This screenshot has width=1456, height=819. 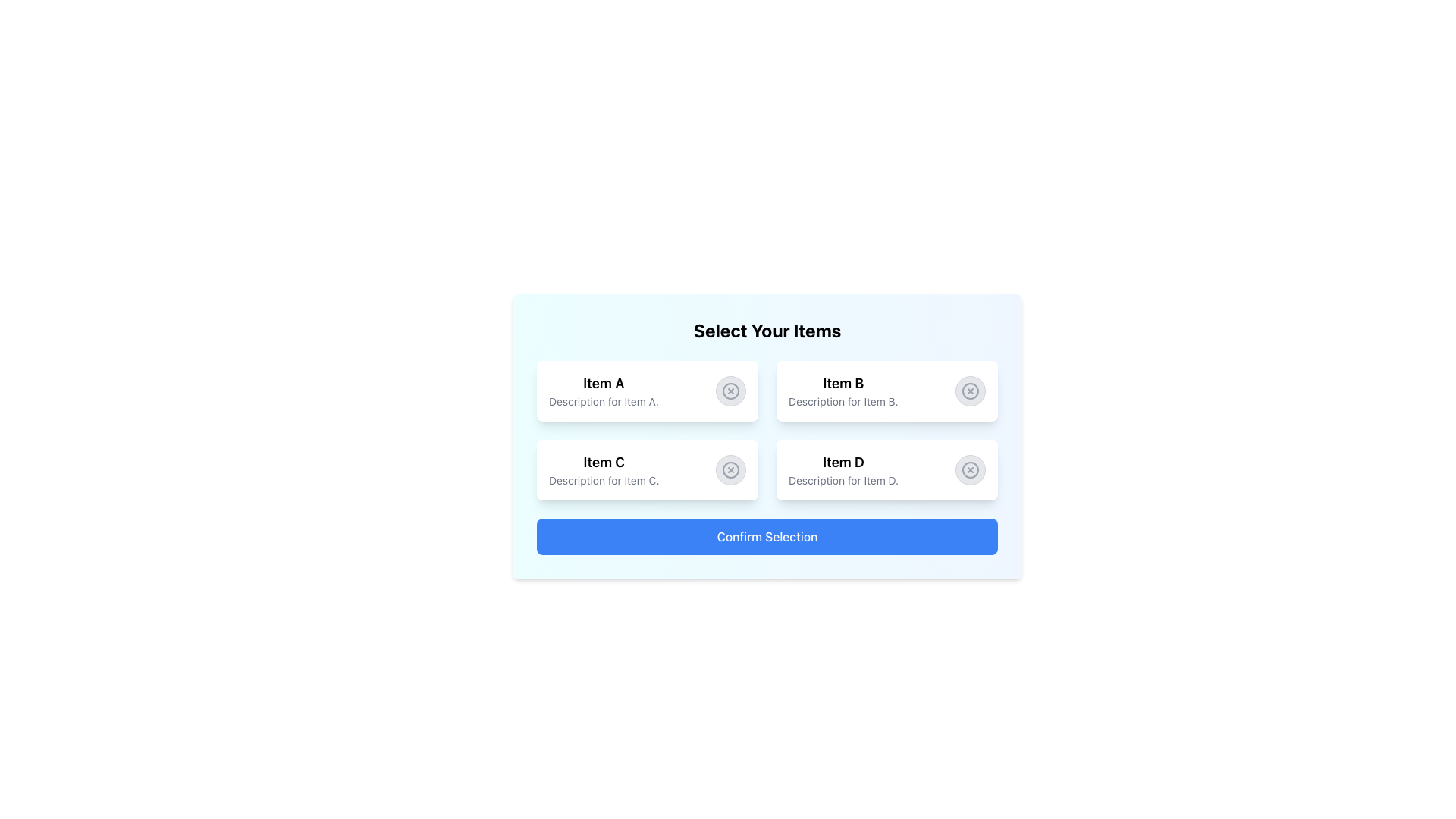 I want to click on the inner circle of the icon located to the right of the 'Item D' text, which is styled with a stroke and filled with a neutral gray color, so click(x=971, y=469).